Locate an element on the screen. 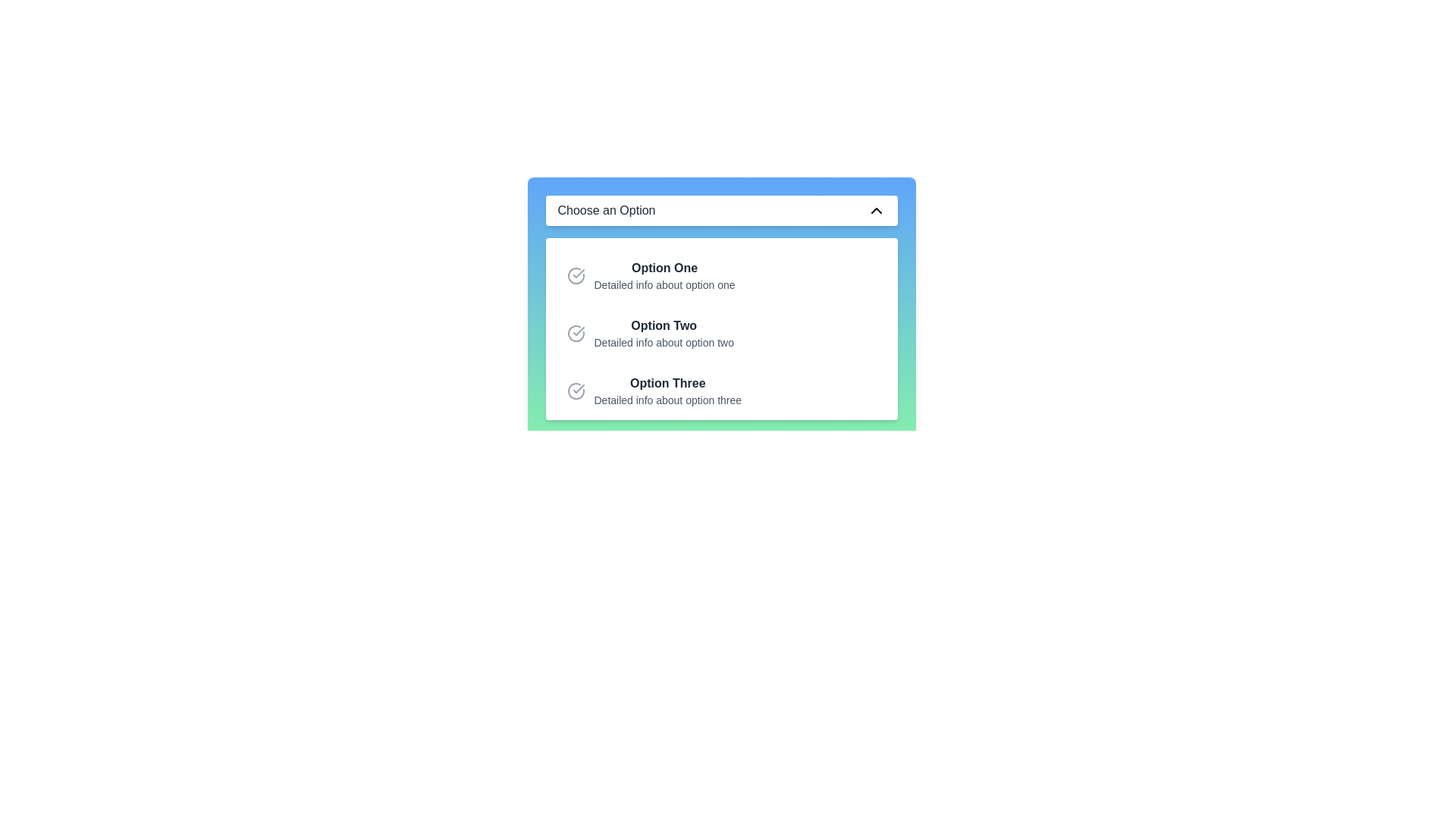  text label that represents the title of the second option in the dropdown menu, positioned below 'Option One' and above 'Option Three' is located at coordinates (664, 325).